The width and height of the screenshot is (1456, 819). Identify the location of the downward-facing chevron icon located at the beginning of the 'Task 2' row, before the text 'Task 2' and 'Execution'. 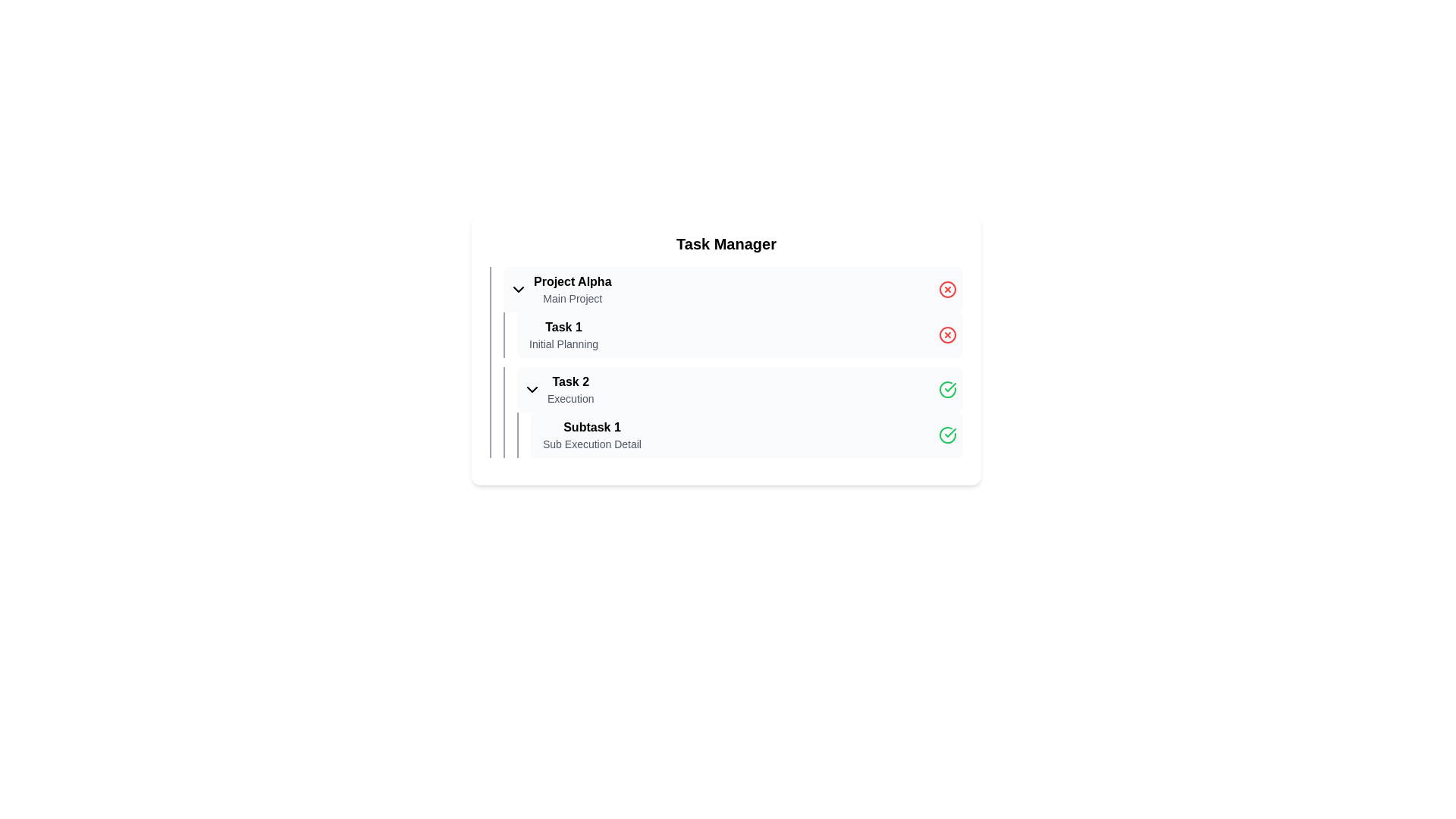
(532, 388).